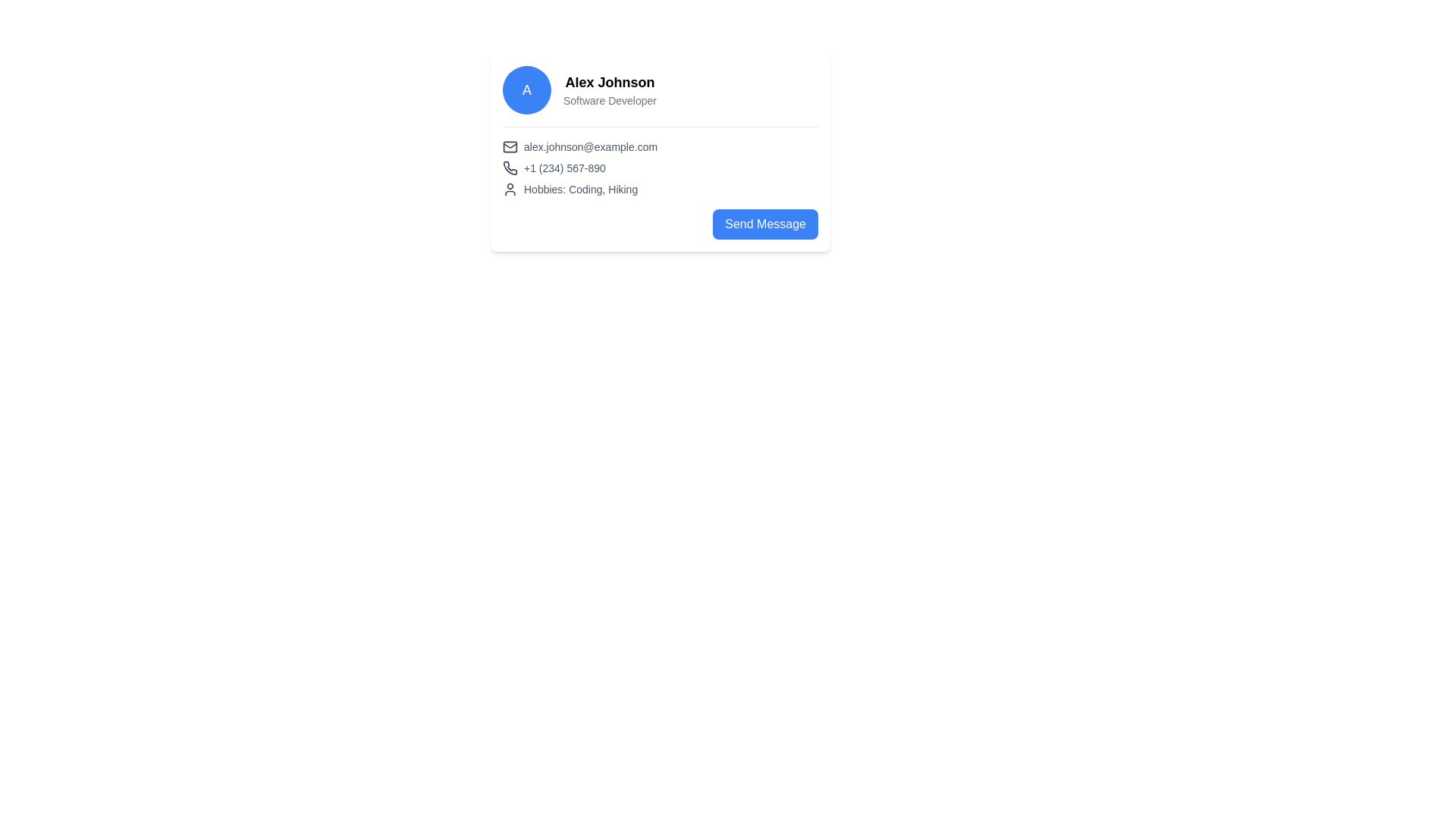  What do you see at coordinates (590, 146) in the screenshot?
I see `the static text element containing an email address, which is styled in gray and located beside an envelope icon, within the contact profile card` at bounding box center [590, 146].